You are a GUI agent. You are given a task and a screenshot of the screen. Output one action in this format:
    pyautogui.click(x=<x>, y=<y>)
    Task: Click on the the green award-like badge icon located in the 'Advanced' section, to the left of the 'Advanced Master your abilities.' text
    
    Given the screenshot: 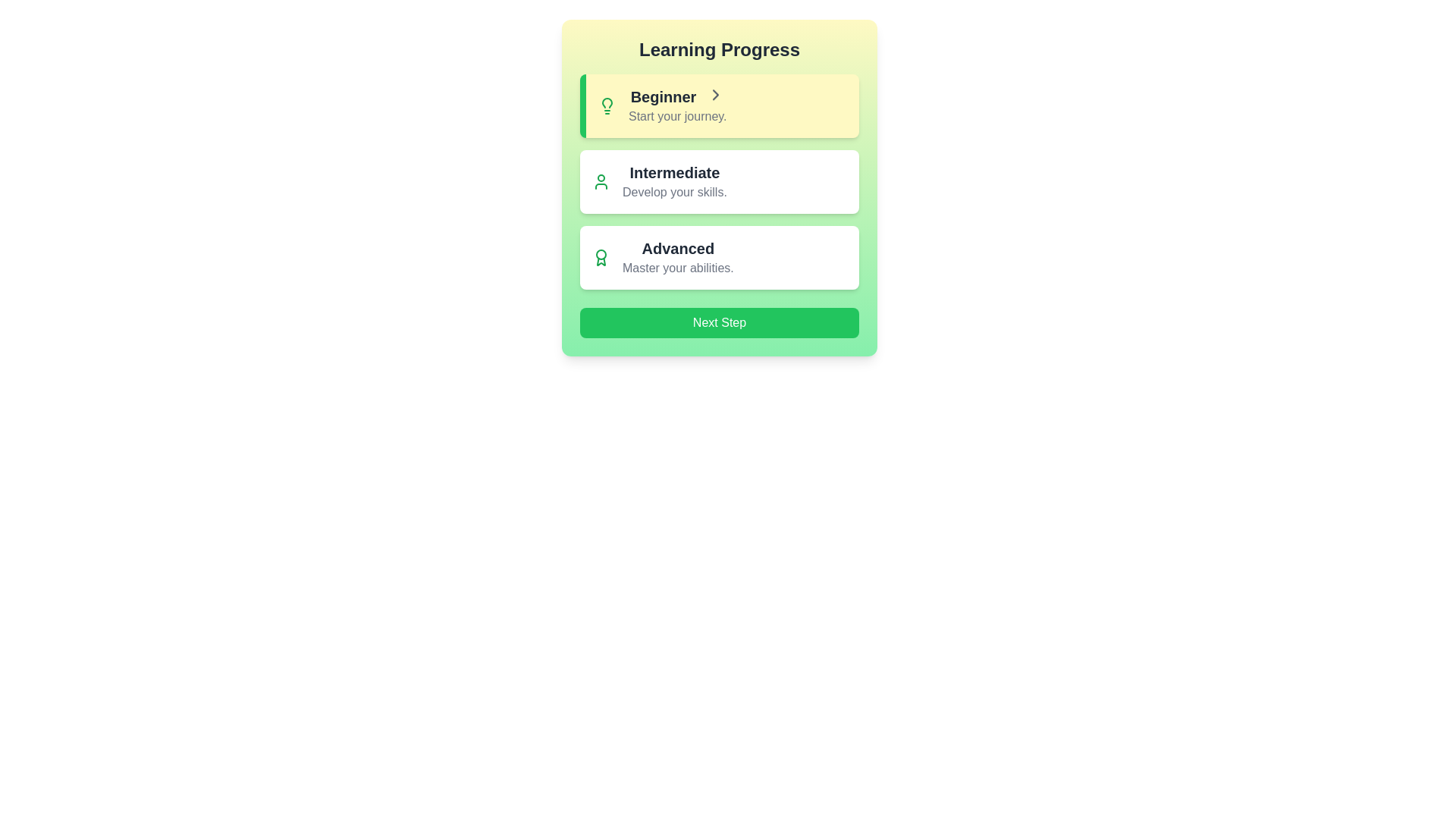 What is the action you would take?
    pyautogui.click(x=600, y=256)
    